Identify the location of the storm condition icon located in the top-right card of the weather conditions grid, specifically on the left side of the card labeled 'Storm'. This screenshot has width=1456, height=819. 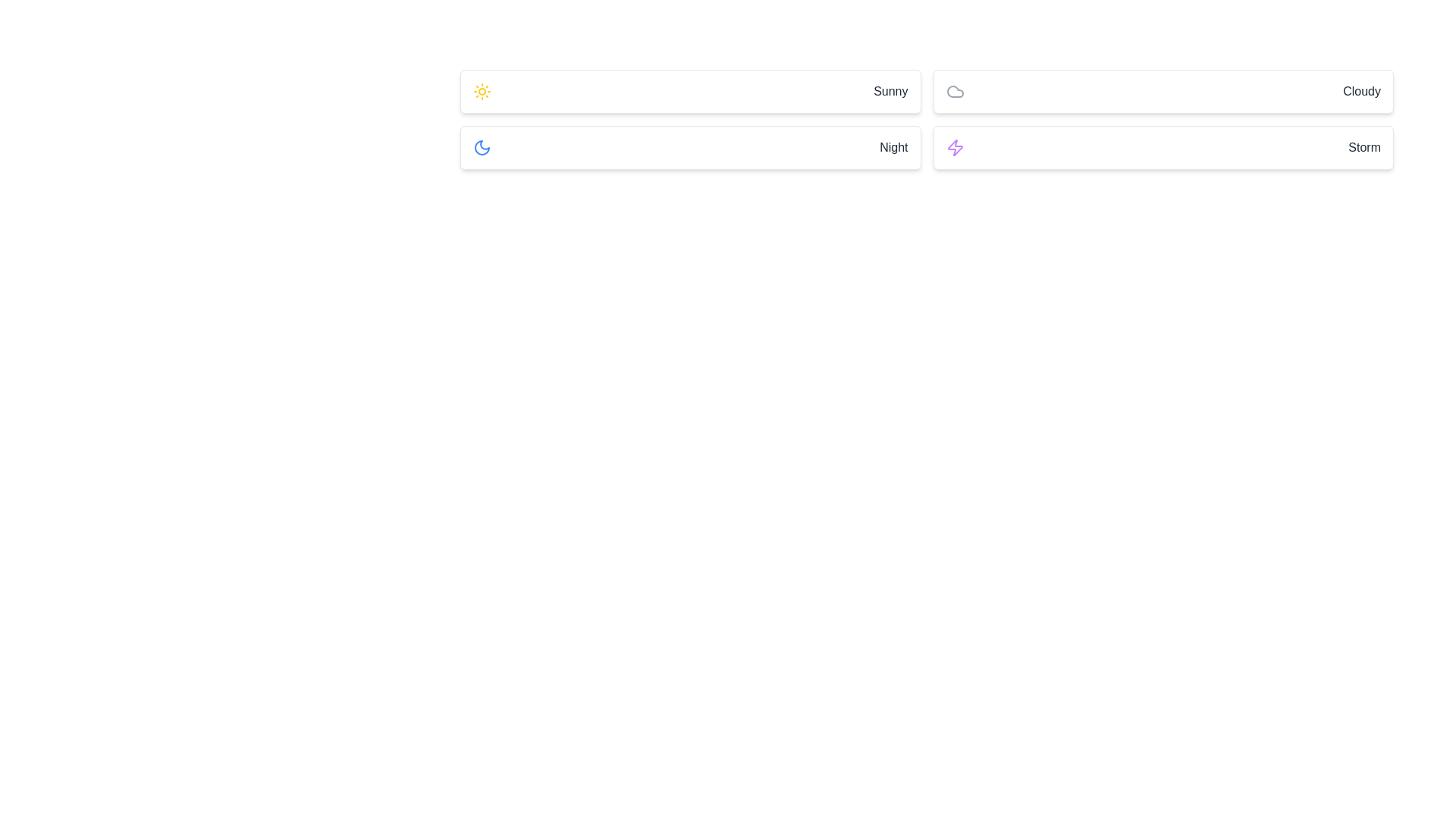
(954, 148).